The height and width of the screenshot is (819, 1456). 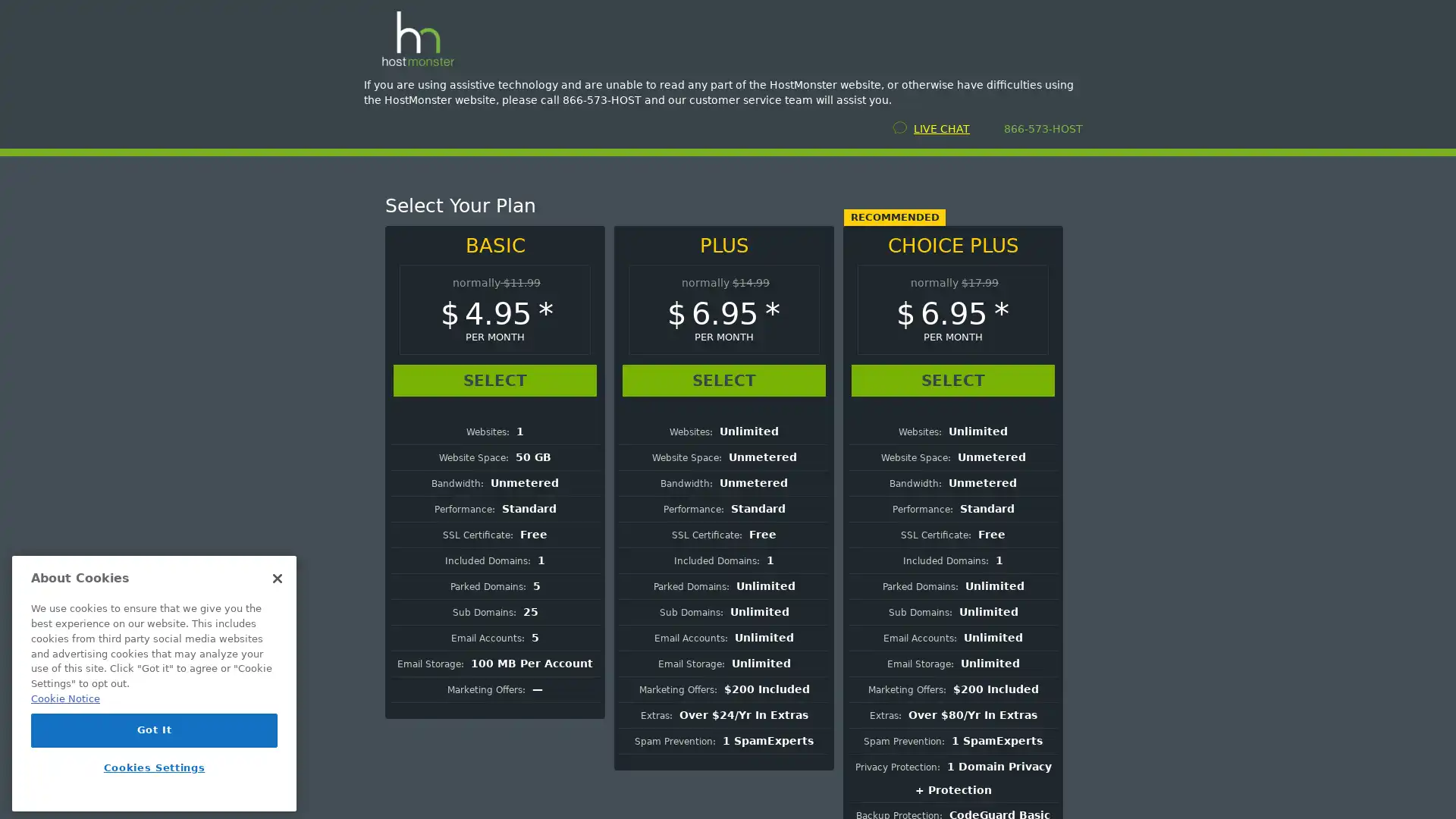 What do you see at coordinates (723, 497) in the screenshot?
I see `PLUS normally $14.99 $6.95 * PER MONTH SELECT Websites: Unlimited Website Space: Unmetered Bandwidth: Unmetered Performance: Standard SSL Certificate: Free Included Domains: 1 Parked Domains: Unlimited Sub Domains: Unlimited Email Accounts: Unlimited Email Storage: Unlimited Marketing Offers: $200 Included` at bounding box center [723, 497].